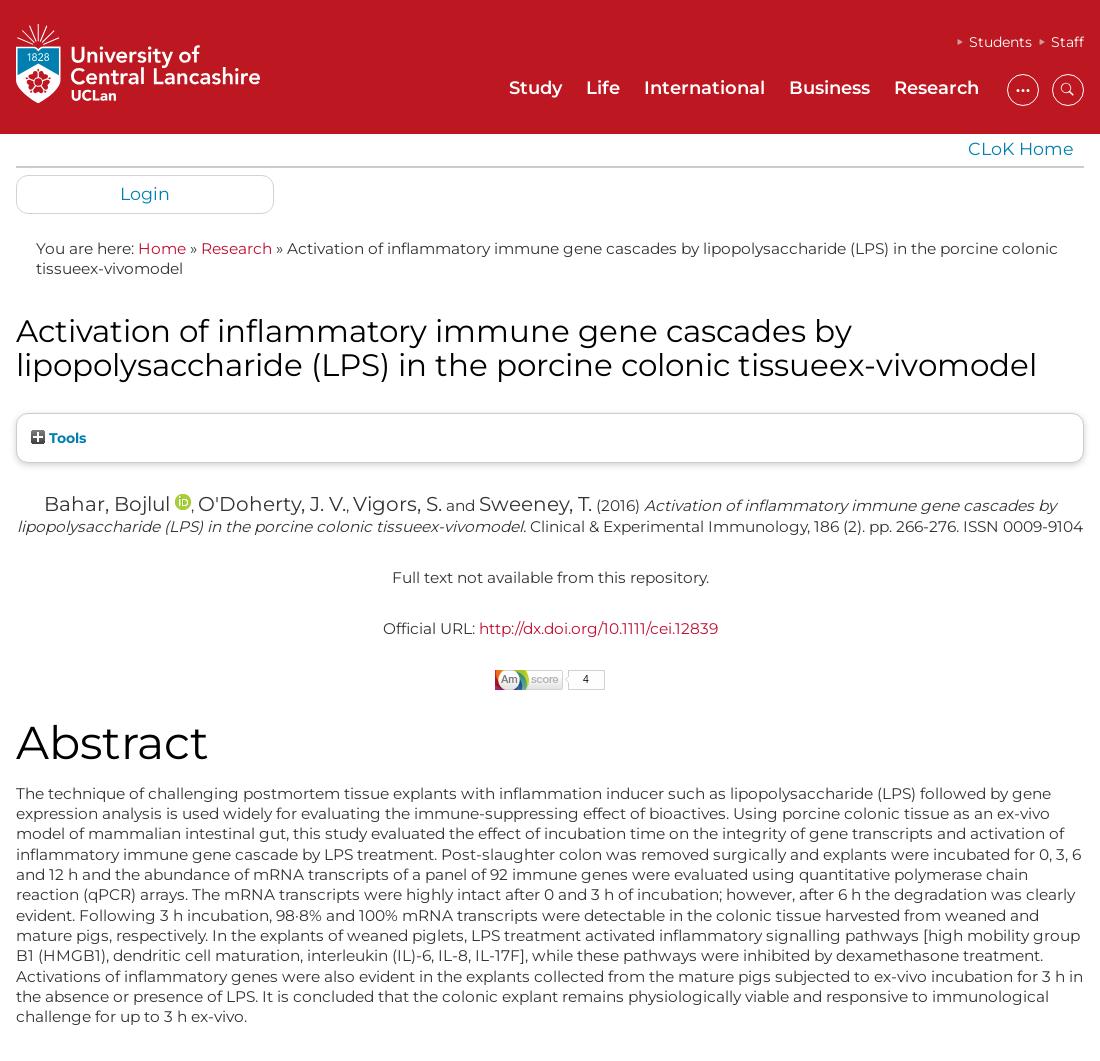 The width and height of the screenshot is (1100, 1061). What do you see at coordinates (87, 246) in the screenshot?
I see `'You are here:'` at bounding box center [87, 246].